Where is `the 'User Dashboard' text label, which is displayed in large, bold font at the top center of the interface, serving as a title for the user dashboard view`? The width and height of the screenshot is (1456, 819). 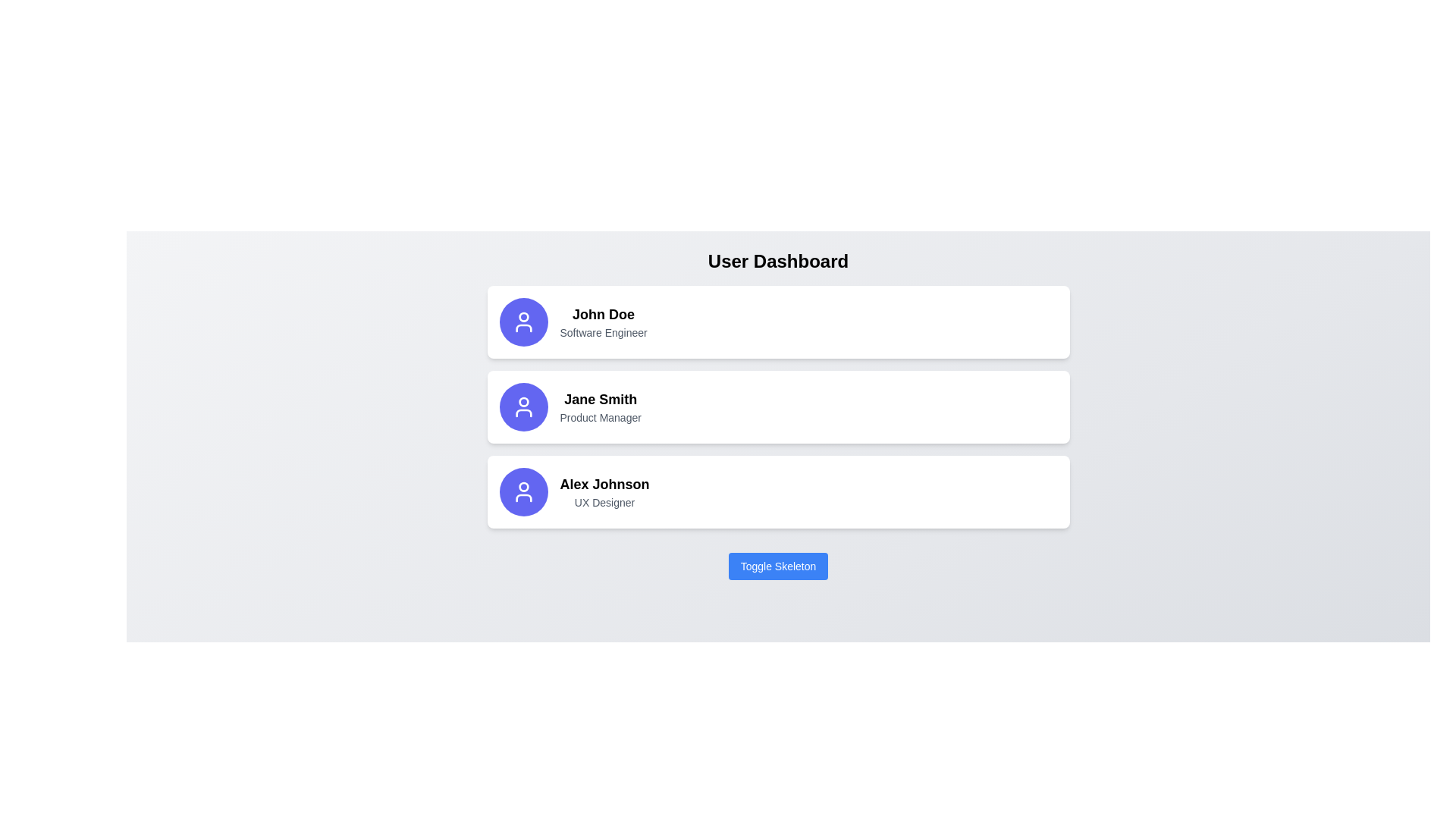
the 'User Dashboard' text label, which is displayed in large, bold font at the top center of the interface, serving as a title for the user dashboard view is located at coordinates (778, 260).